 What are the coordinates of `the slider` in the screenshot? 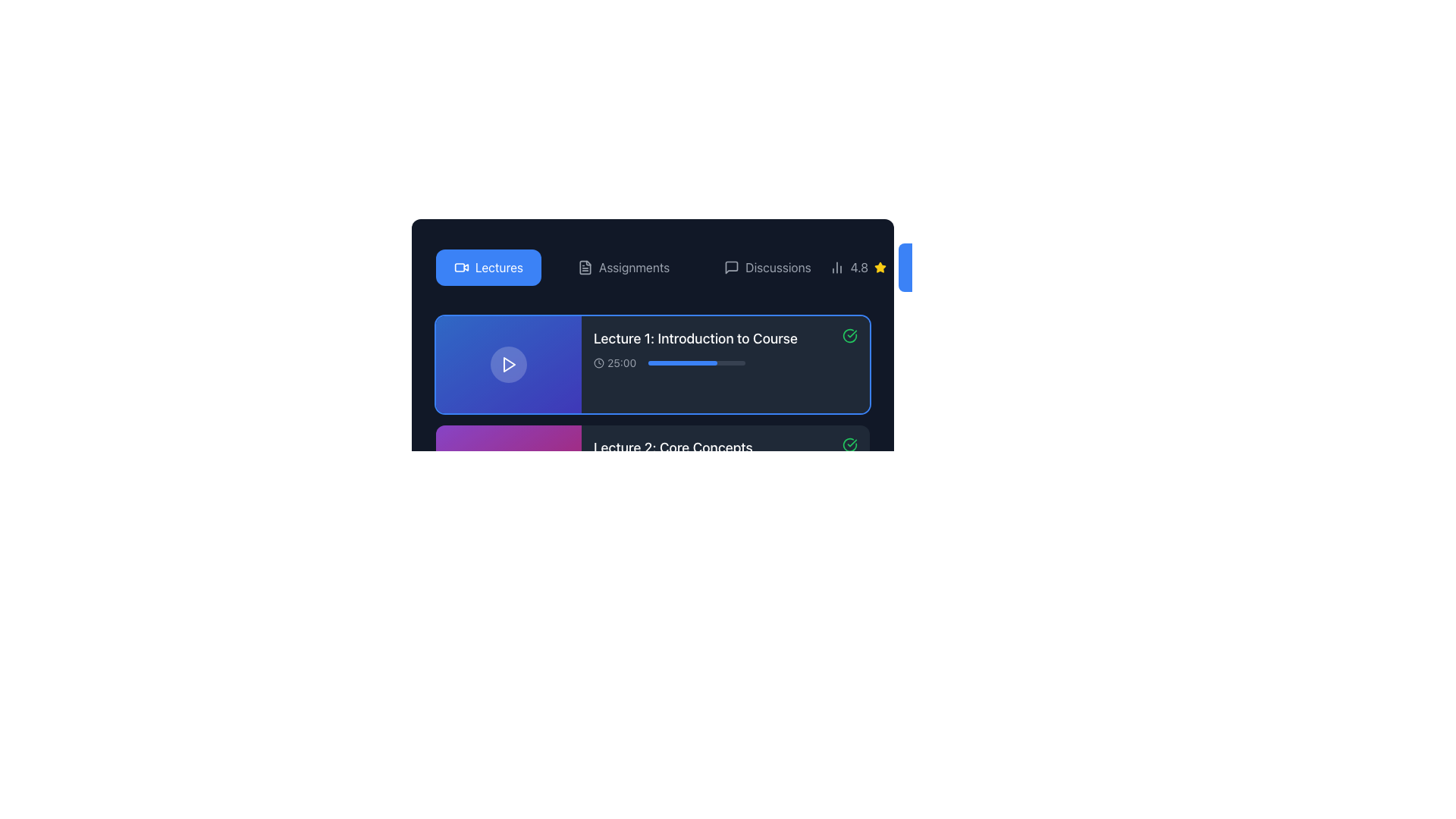 It's located at (679, 362).